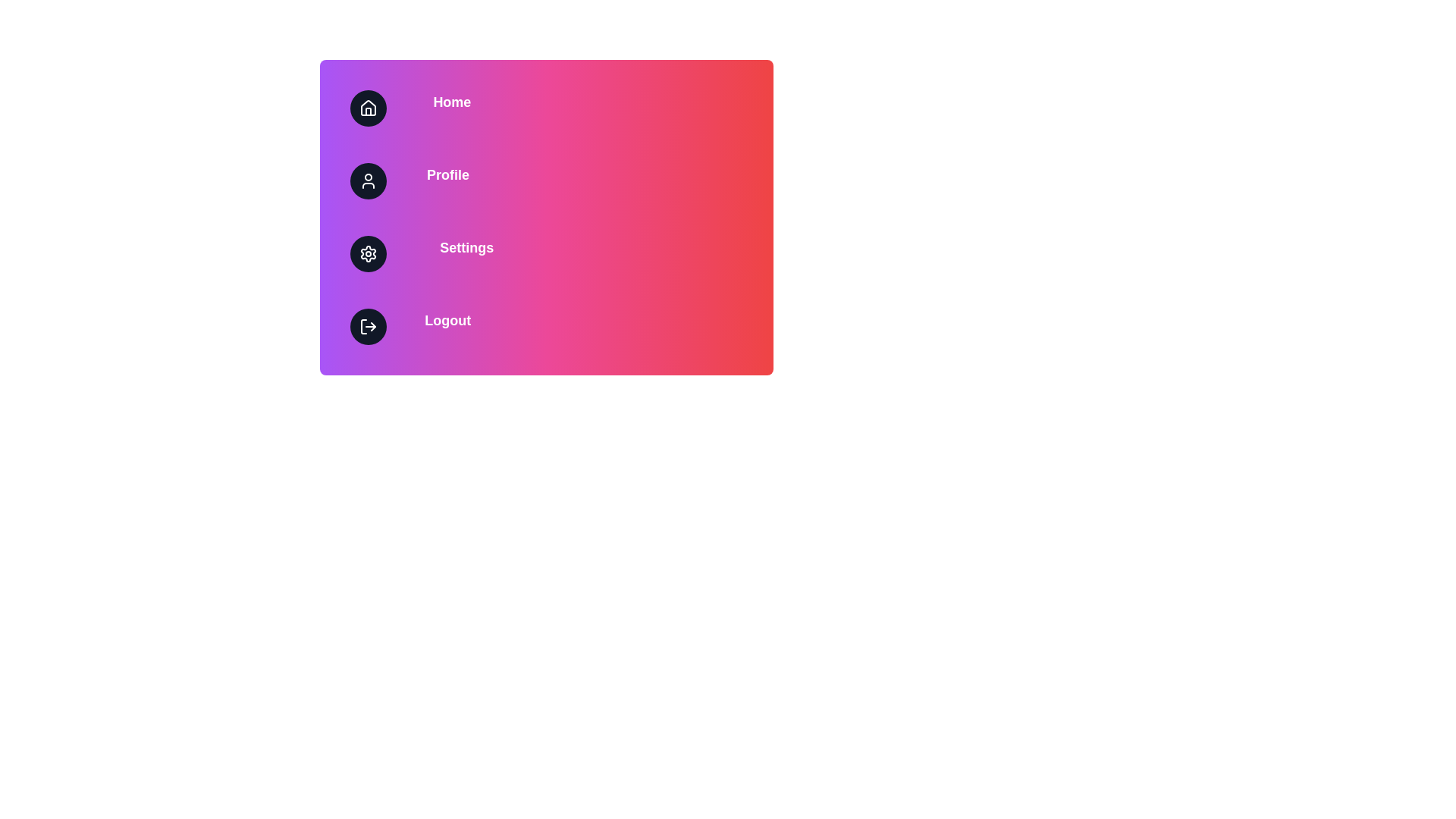 The image size is (1456, 819). I want to click on the menu item labeled Logout to reveal its description, so click(546, 326).